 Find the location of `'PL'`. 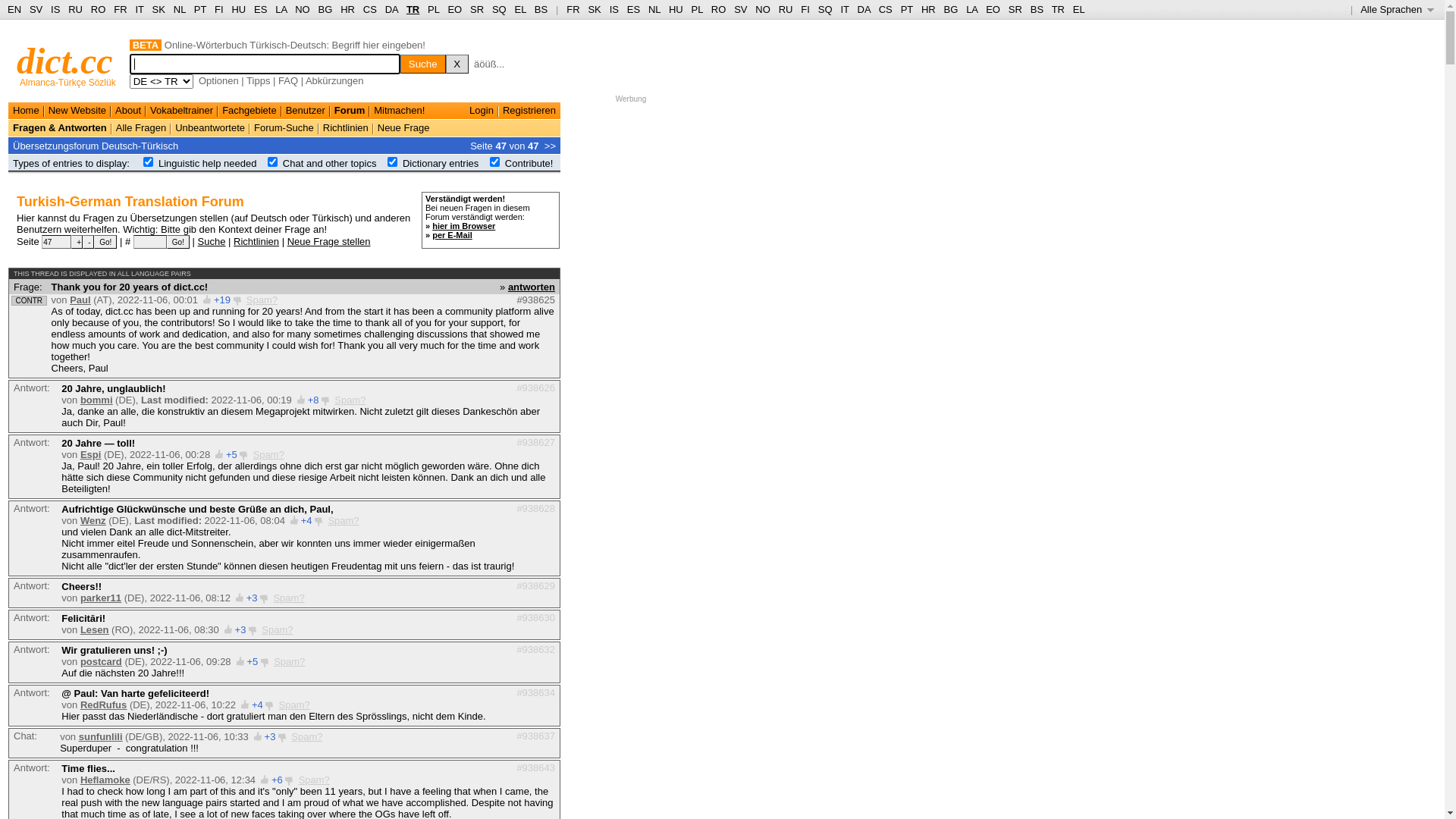

'PL' is located at coordinates (691, 9).